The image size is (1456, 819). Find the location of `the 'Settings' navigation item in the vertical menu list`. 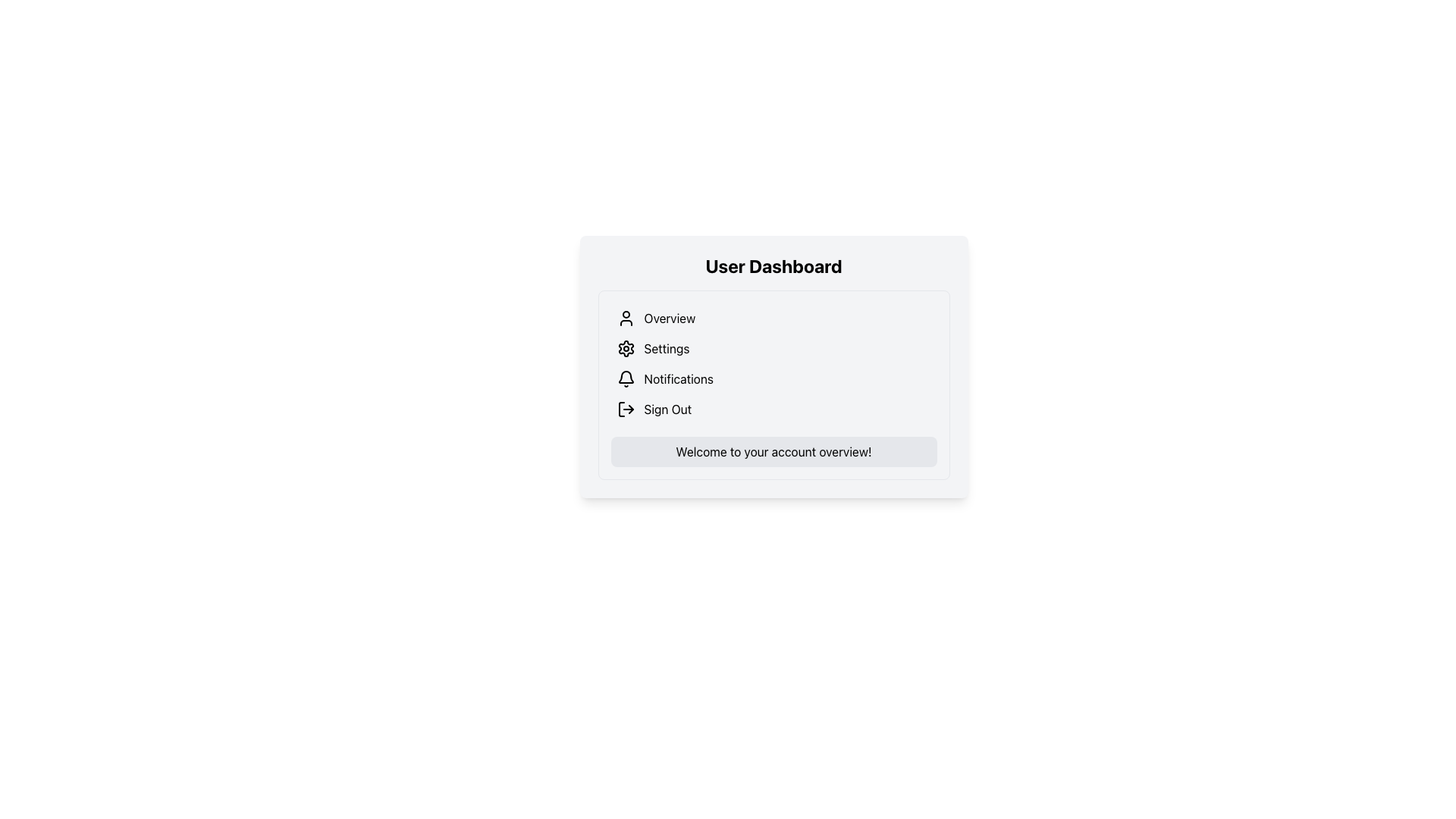

the 'Settings' navigation item in the vertical menu list is located at coordinates (773, 348).